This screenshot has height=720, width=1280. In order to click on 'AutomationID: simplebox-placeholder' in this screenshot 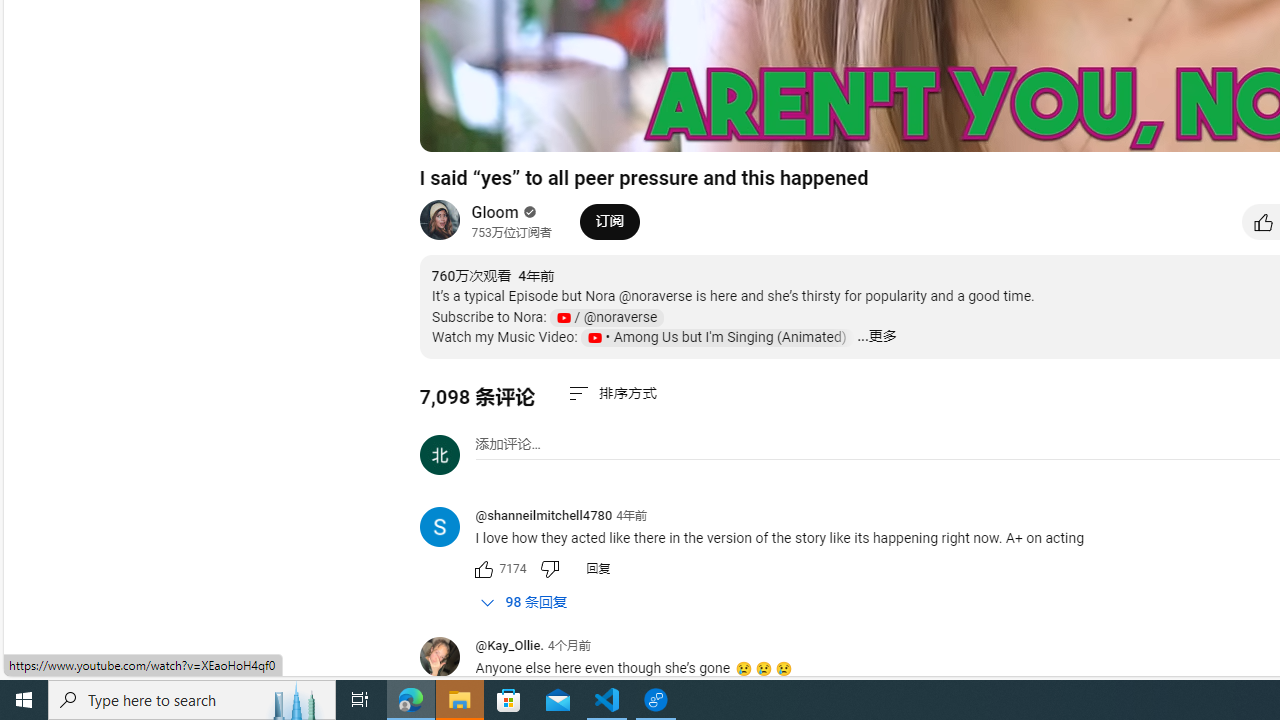, I will do `click(508, 443)`.